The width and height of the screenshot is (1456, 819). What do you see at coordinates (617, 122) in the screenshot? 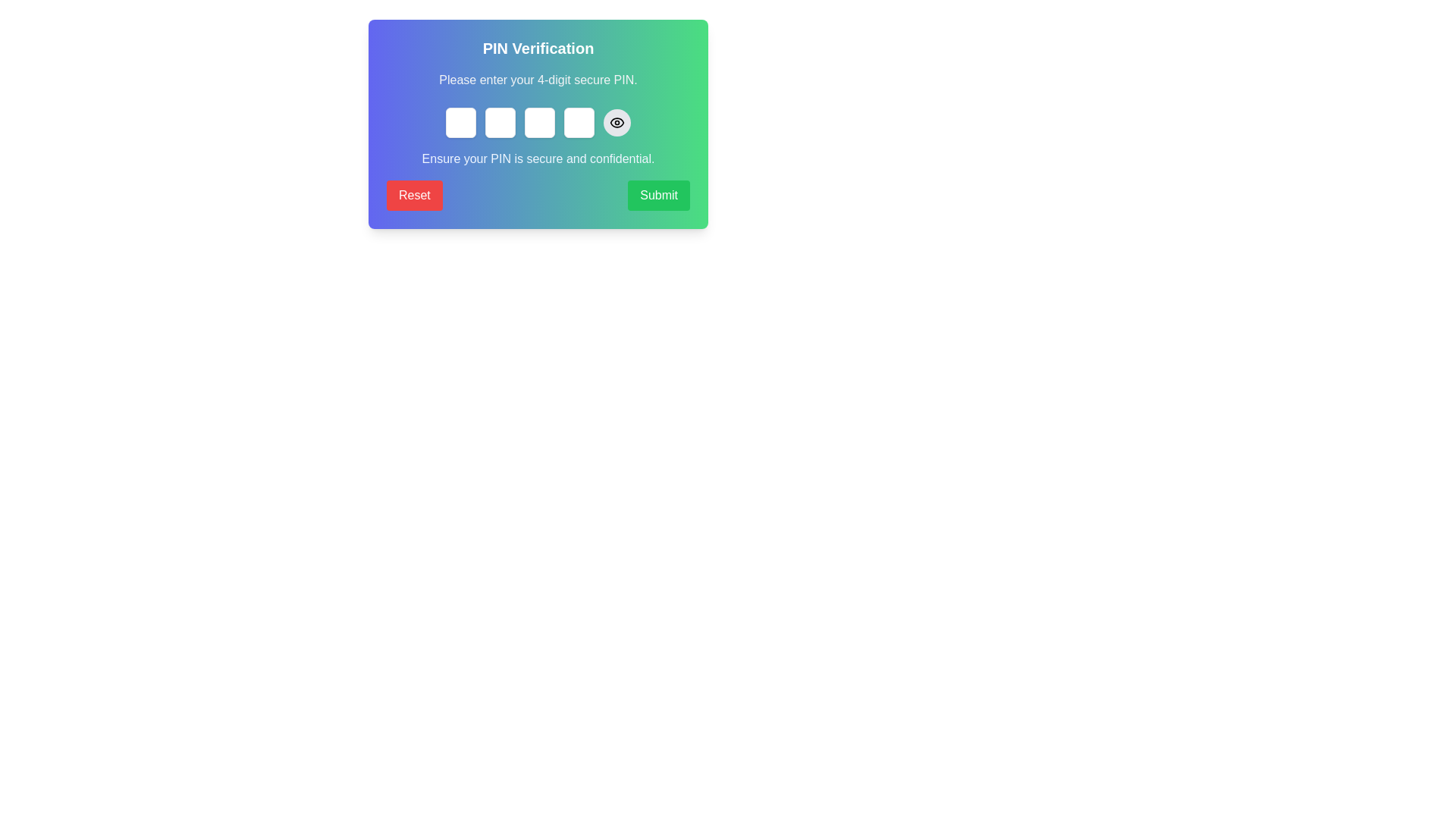
I see `the eye-shaped icon within the interactive button` at bounding box center [617, 122].